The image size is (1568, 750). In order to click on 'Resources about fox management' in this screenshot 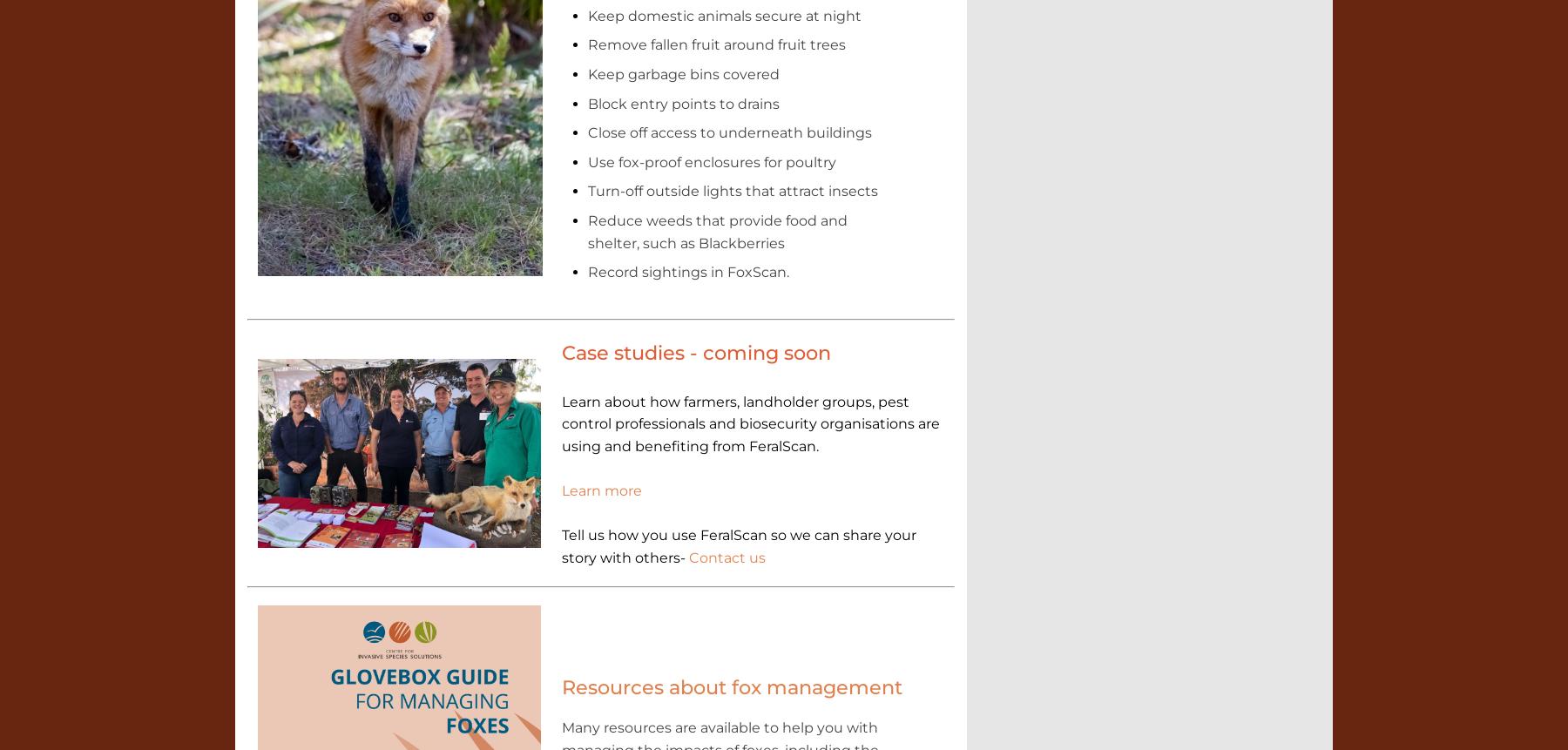, I will do `click(731, 686)`.